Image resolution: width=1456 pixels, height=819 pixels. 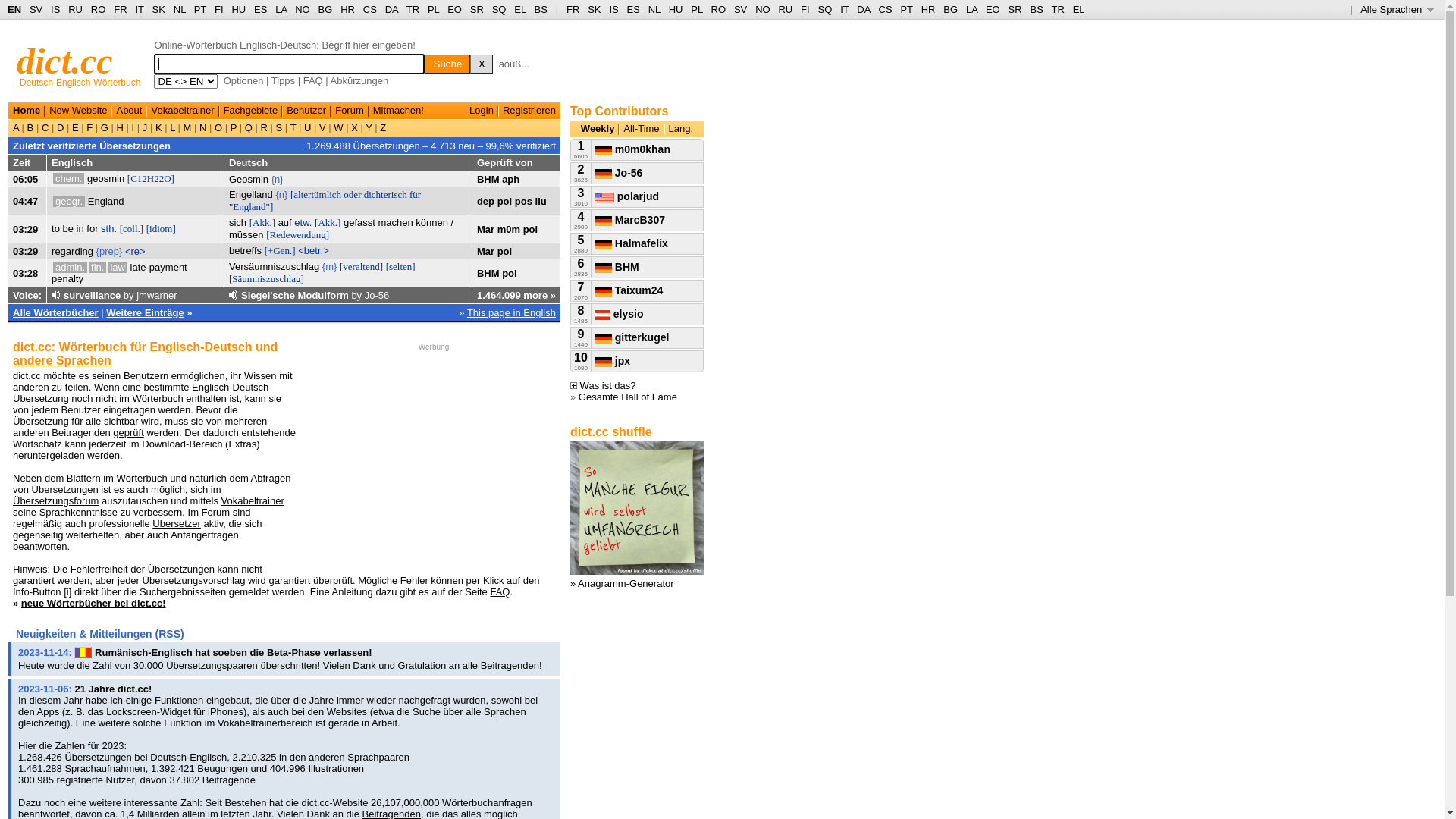 What do you see at coordinates (519, 9) in the screenshot?
I see `'EL'` at bounding box center [519, 9].